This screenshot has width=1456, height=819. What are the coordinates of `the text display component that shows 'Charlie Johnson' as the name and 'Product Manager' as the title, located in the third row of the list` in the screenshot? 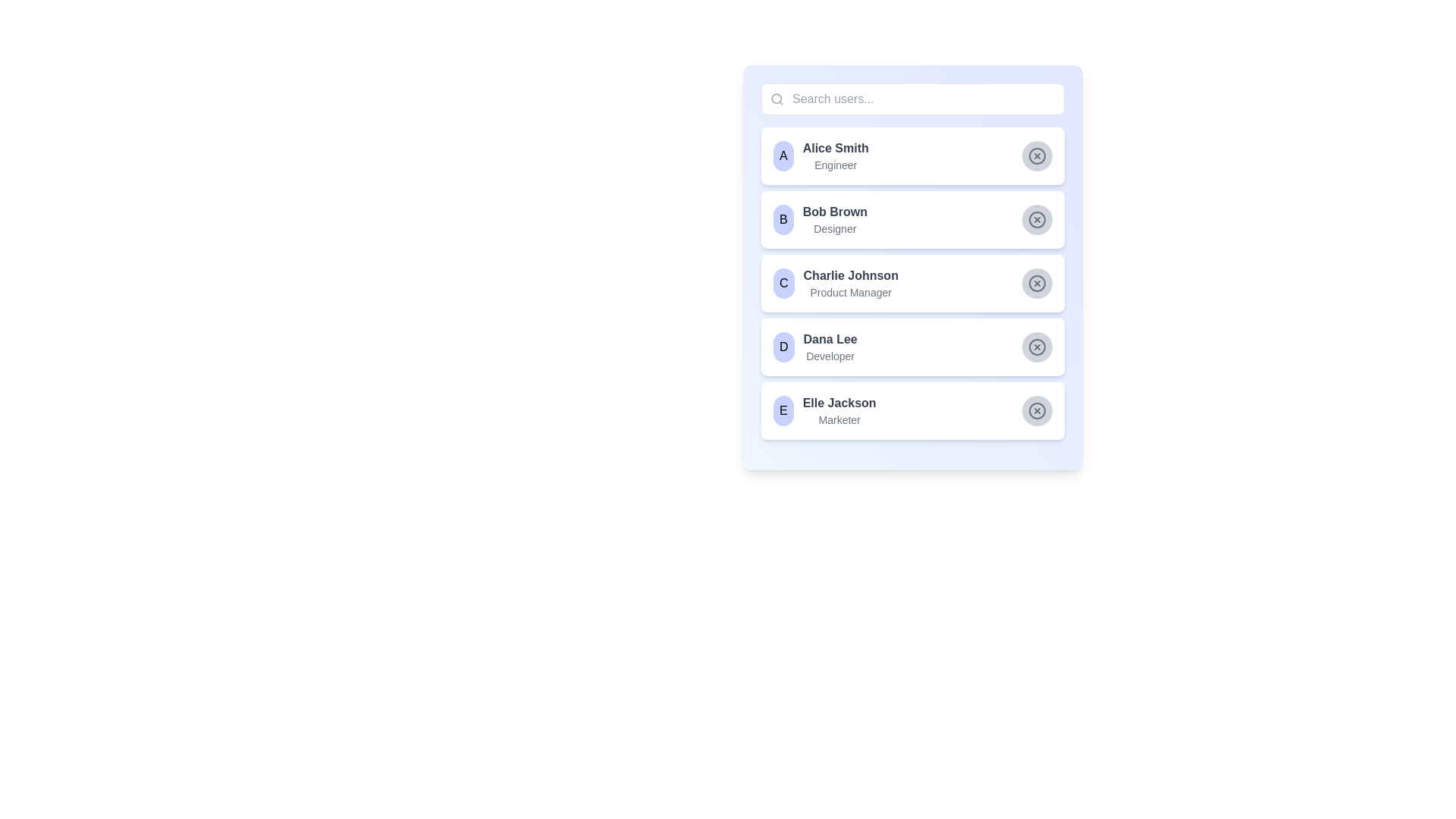 It's located at (851, 284).